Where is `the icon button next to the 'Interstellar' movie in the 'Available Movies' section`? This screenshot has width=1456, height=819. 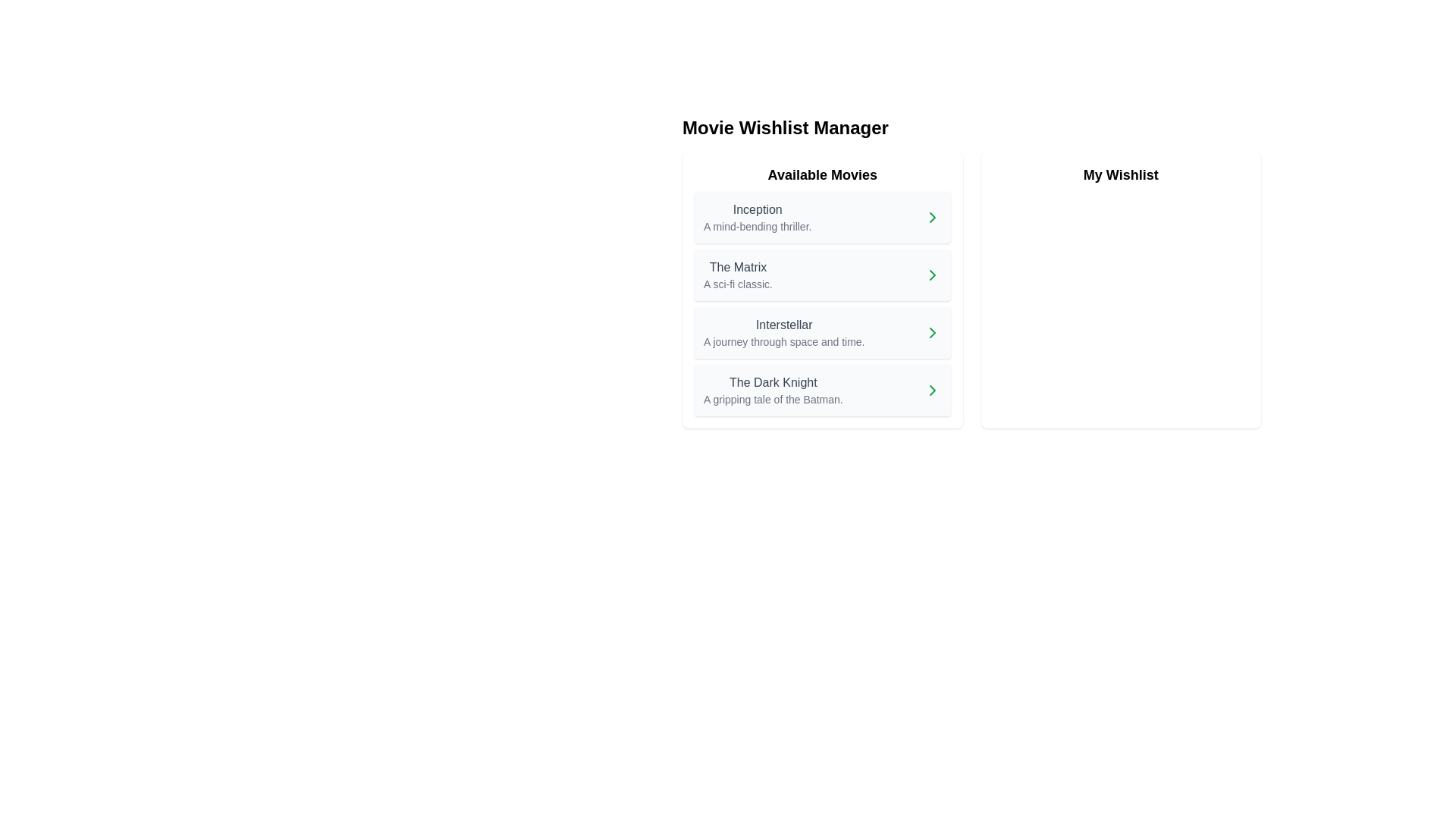
the icon button next to the 'Interstellar' movie in the 'Available Movies' section is located at coordinates (931, 332).